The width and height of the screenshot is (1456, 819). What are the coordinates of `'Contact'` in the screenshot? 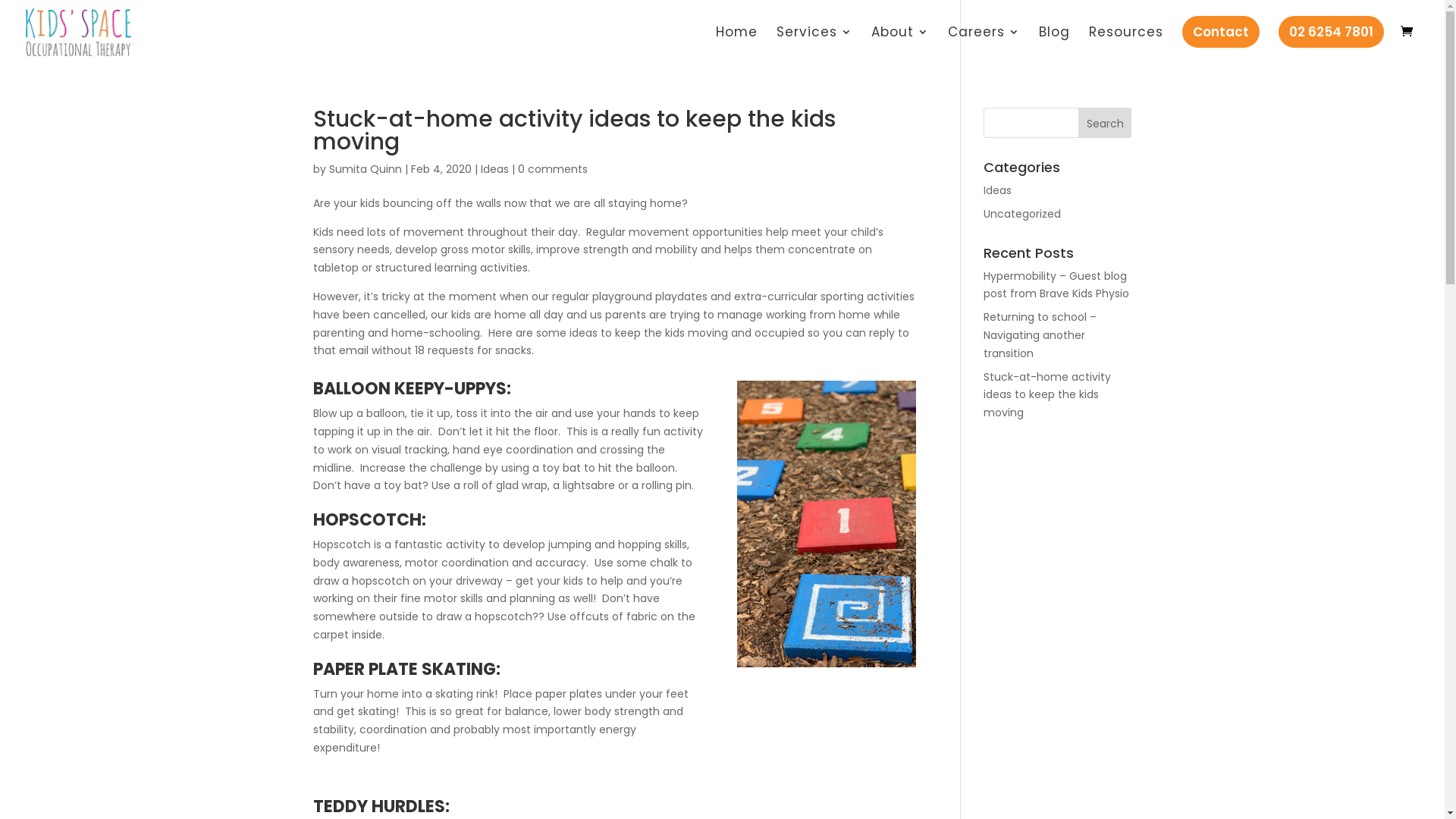 It's located at (1190, 39).